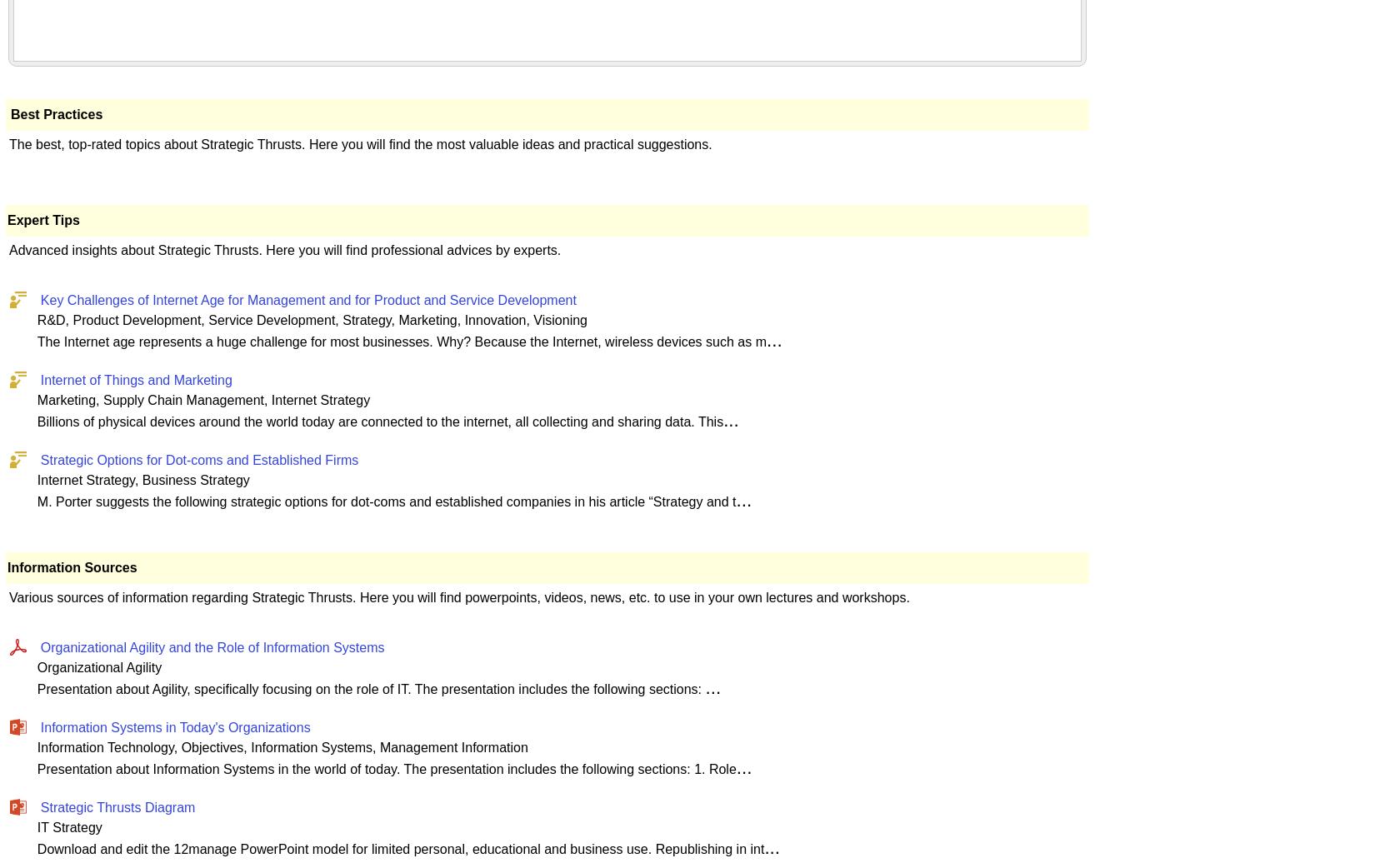 The width and height of the screenshot is (1375, 868). I want to click on 'Strategic Options for Dot-coms and Established Firms', so click(198, 458).